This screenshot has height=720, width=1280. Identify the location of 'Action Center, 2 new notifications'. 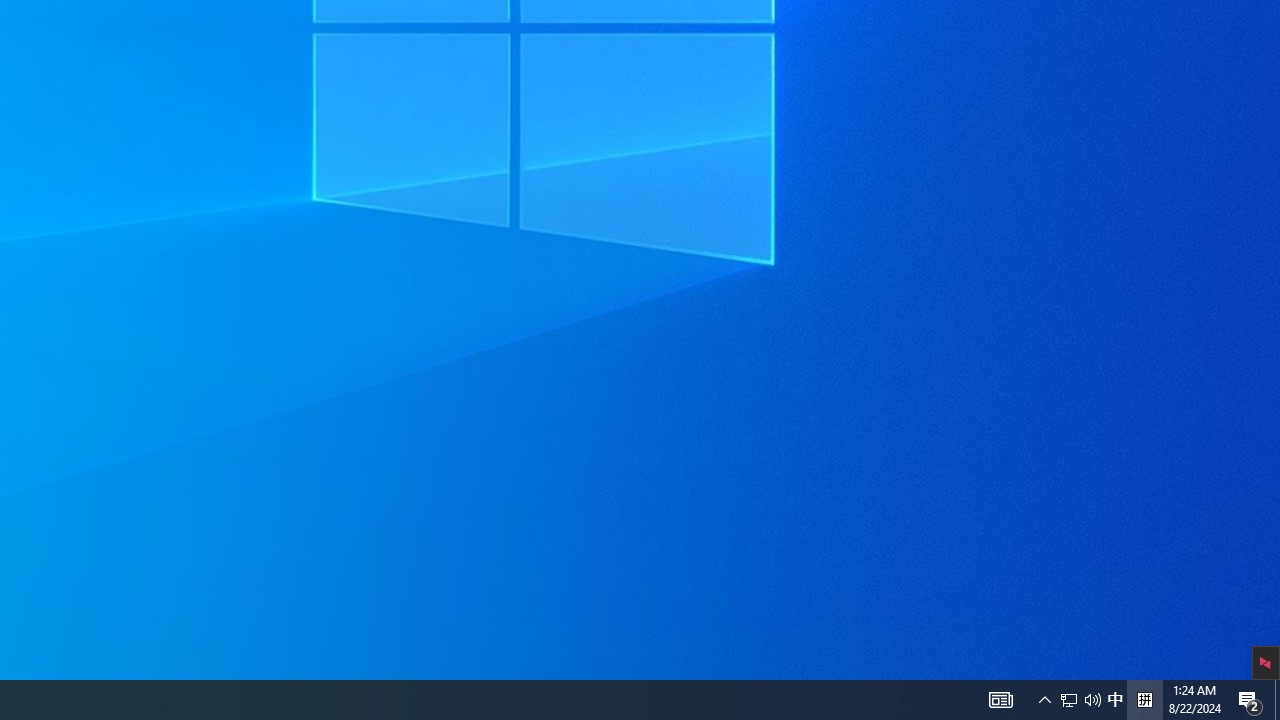
(1250, 698).